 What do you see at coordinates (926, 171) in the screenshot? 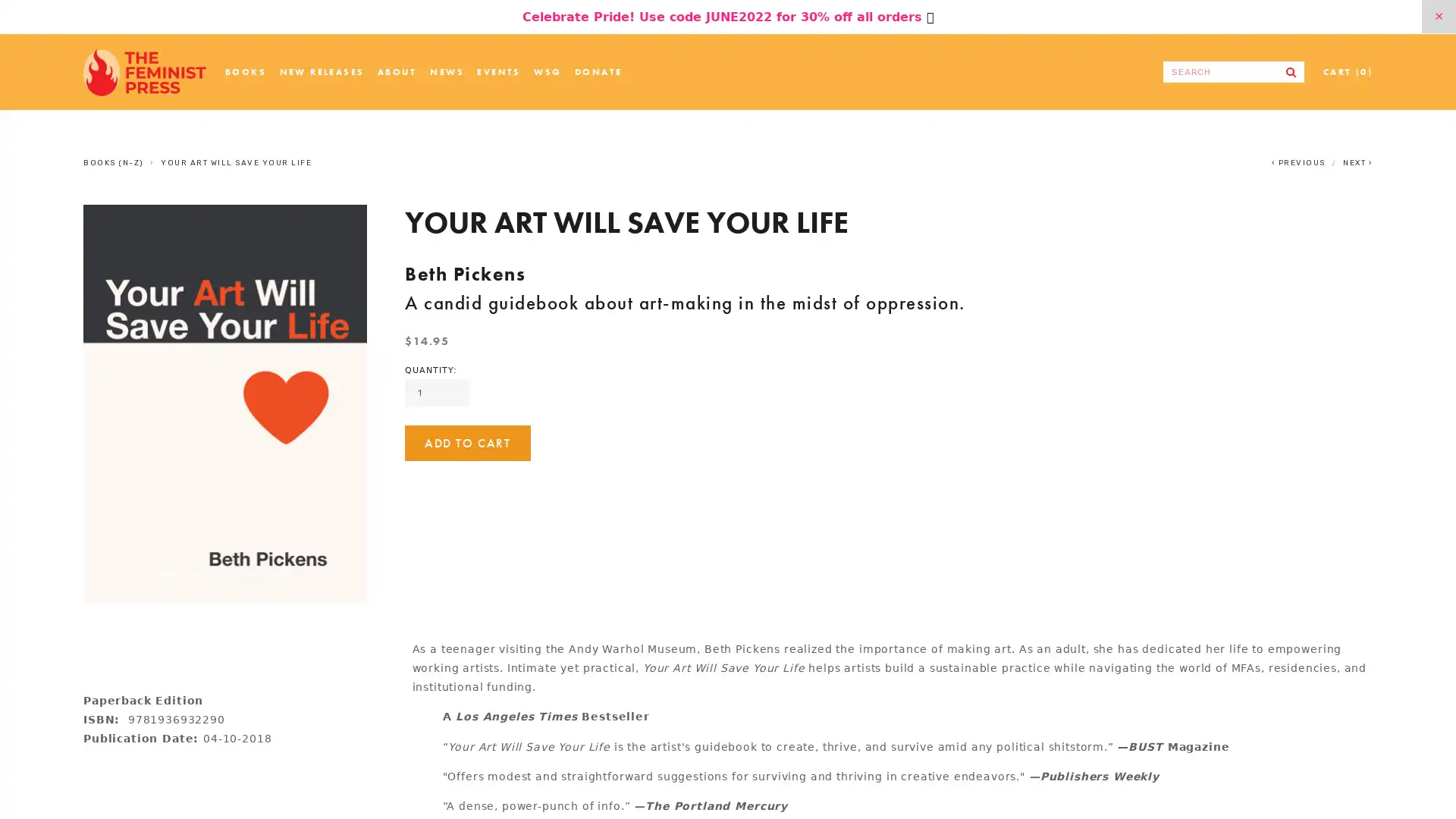
I see `Close` at bounding box center [926, 171].